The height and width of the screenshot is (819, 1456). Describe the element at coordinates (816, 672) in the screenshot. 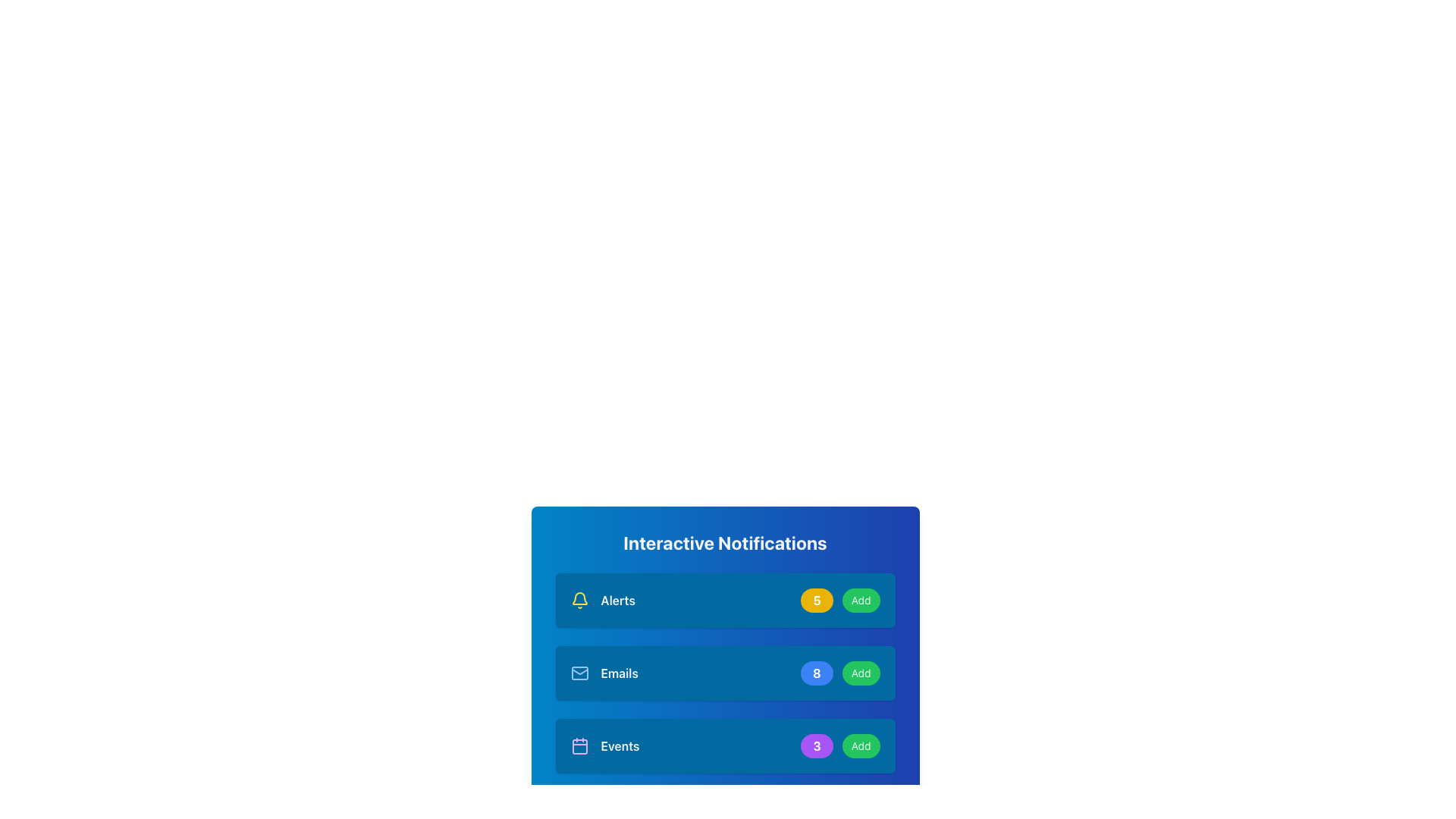

I see `the email notification badge located under the 'Emails' label, to the left of the green 'Add' button` at that location.